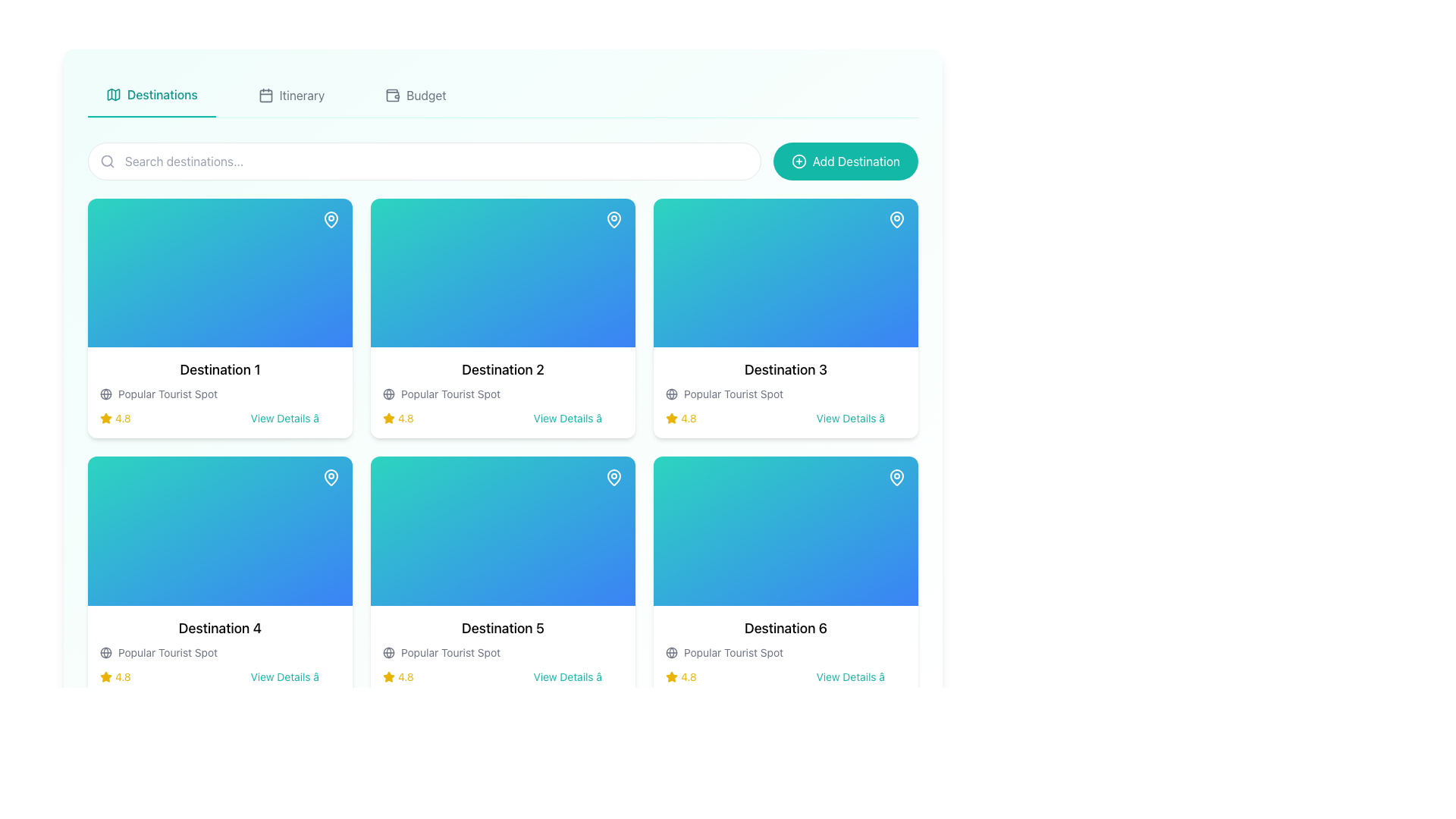 The width and height of the screenshot is (1456, 819). What do you see at coordinates (389, 418) in the screenshot?
I see `the rating star icon representing a score of 4.8 located in the lower-left section of the 'Destination 2' card` at bounding box center [389, 418].